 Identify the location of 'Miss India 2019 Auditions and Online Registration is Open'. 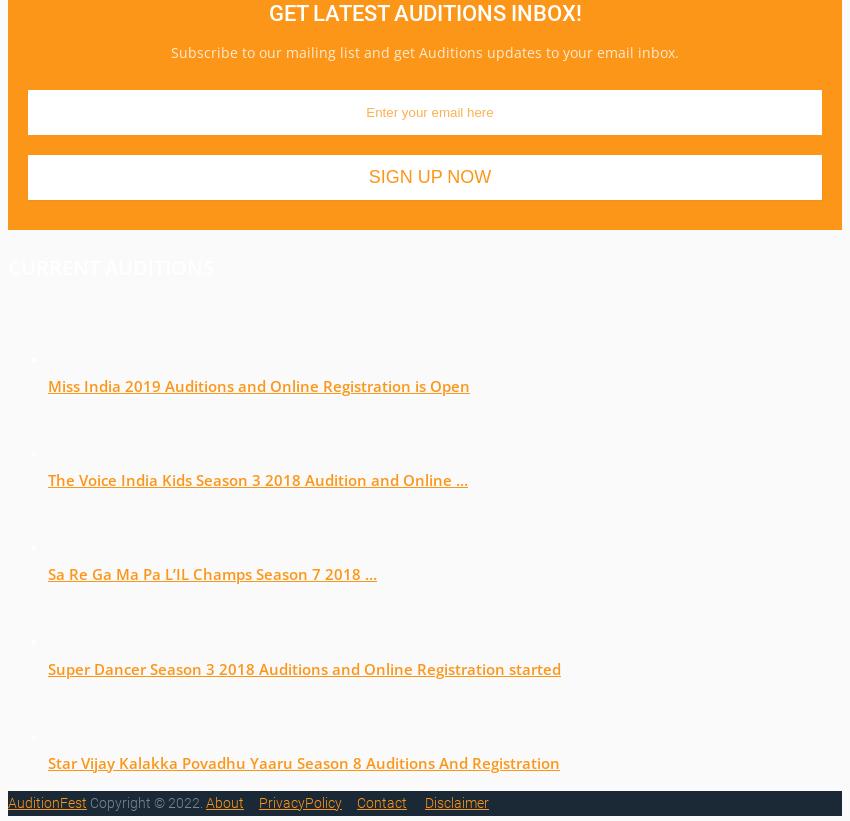
(257, 383).